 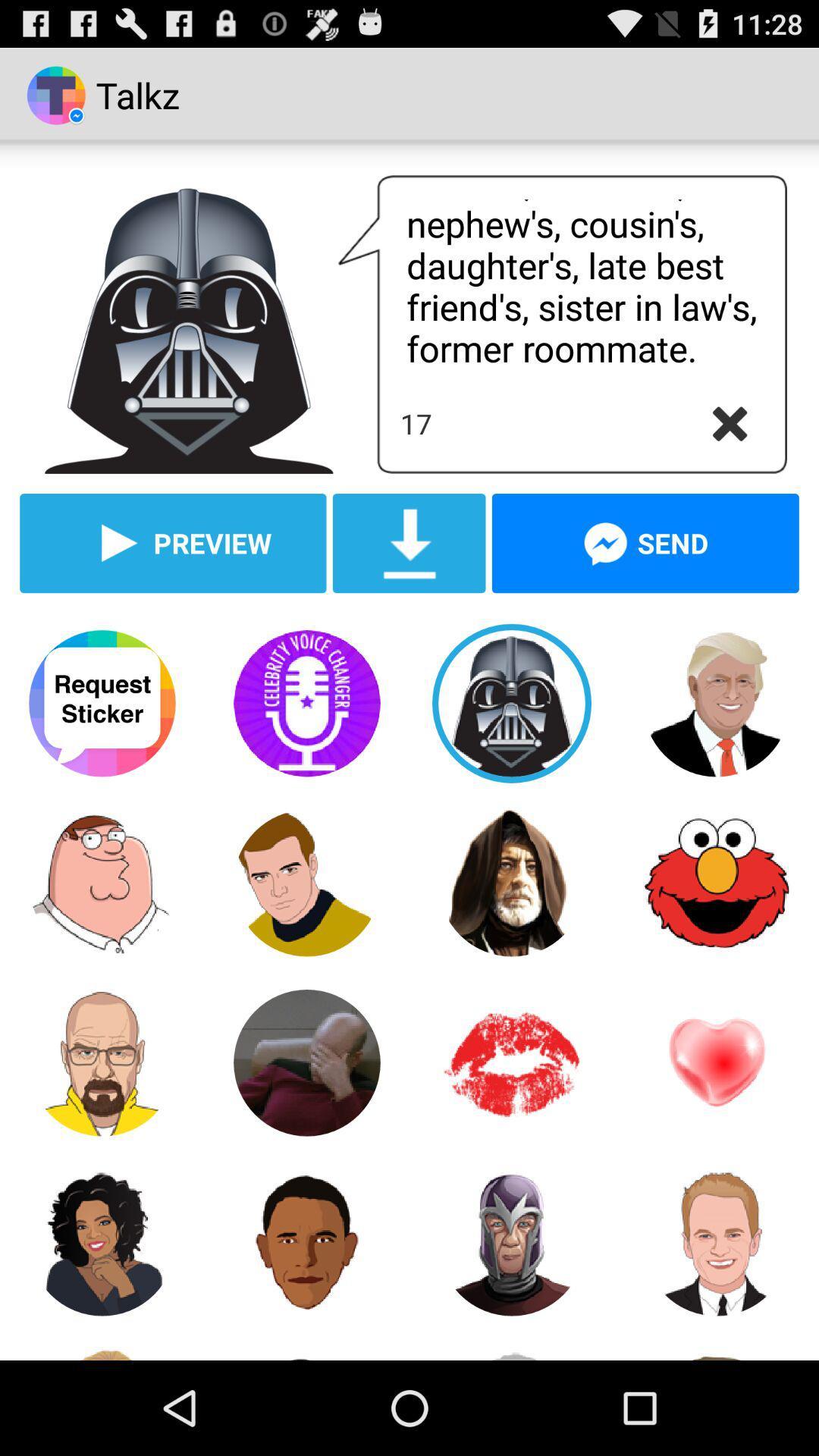 I want to click on cancel button, so click(x=729, y=424).